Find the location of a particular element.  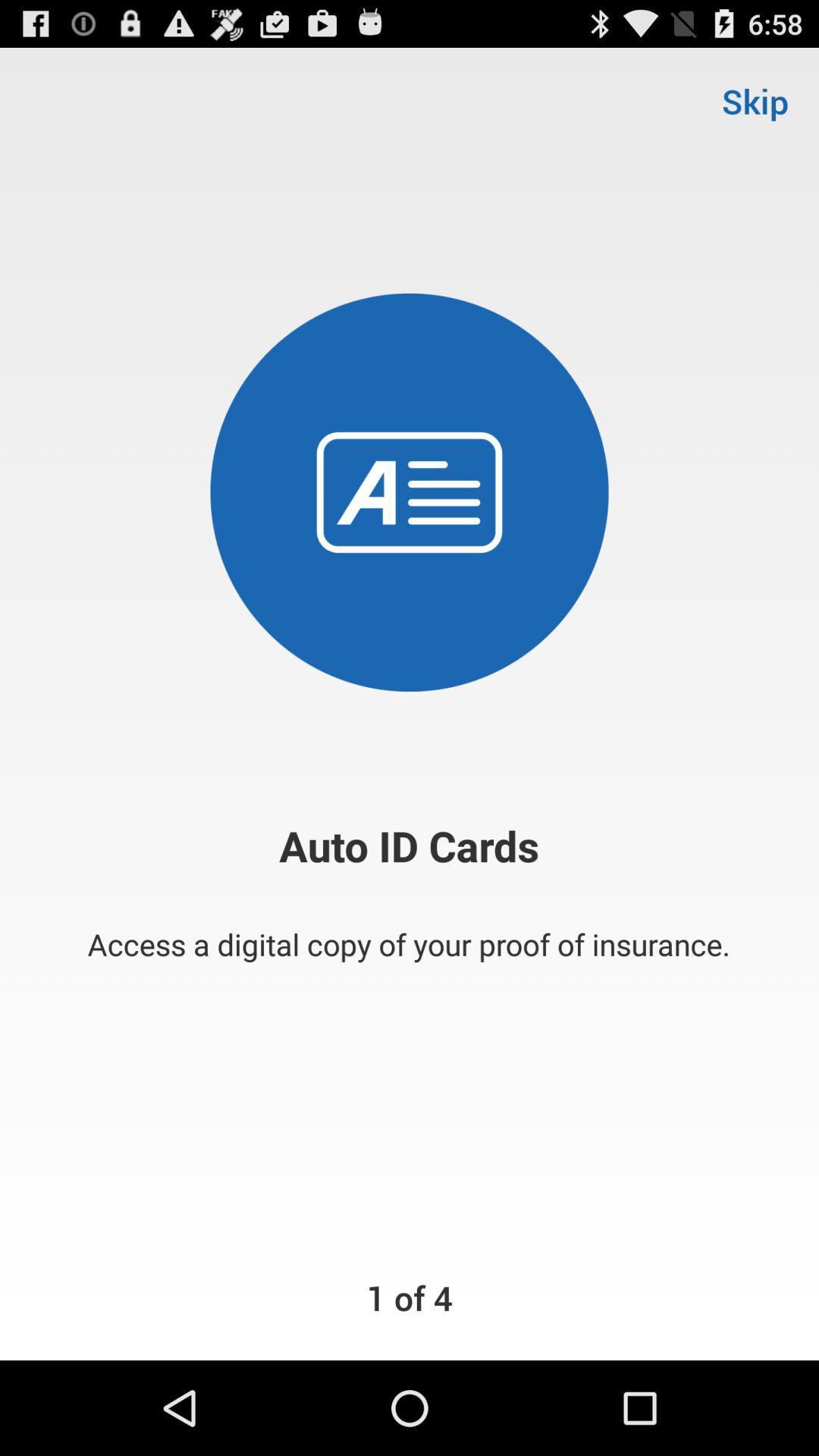

the skip app is located at coordinates (755, 100).